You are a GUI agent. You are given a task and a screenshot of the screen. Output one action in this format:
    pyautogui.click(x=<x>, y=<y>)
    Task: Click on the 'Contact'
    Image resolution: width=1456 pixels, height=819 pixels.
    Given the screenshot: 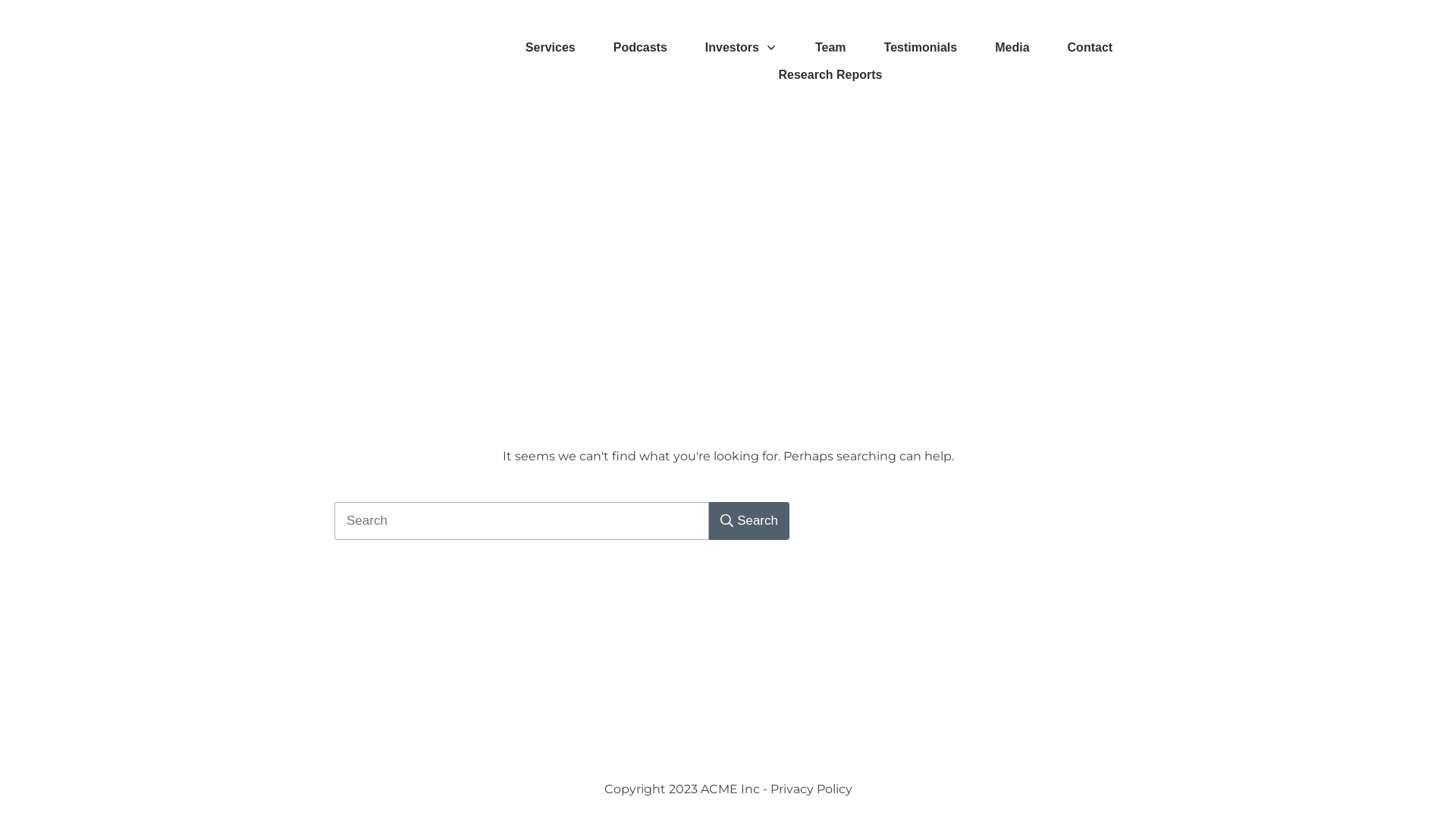 What is the action you would take?
    pyautogui.click(x=1090, y=46)
    